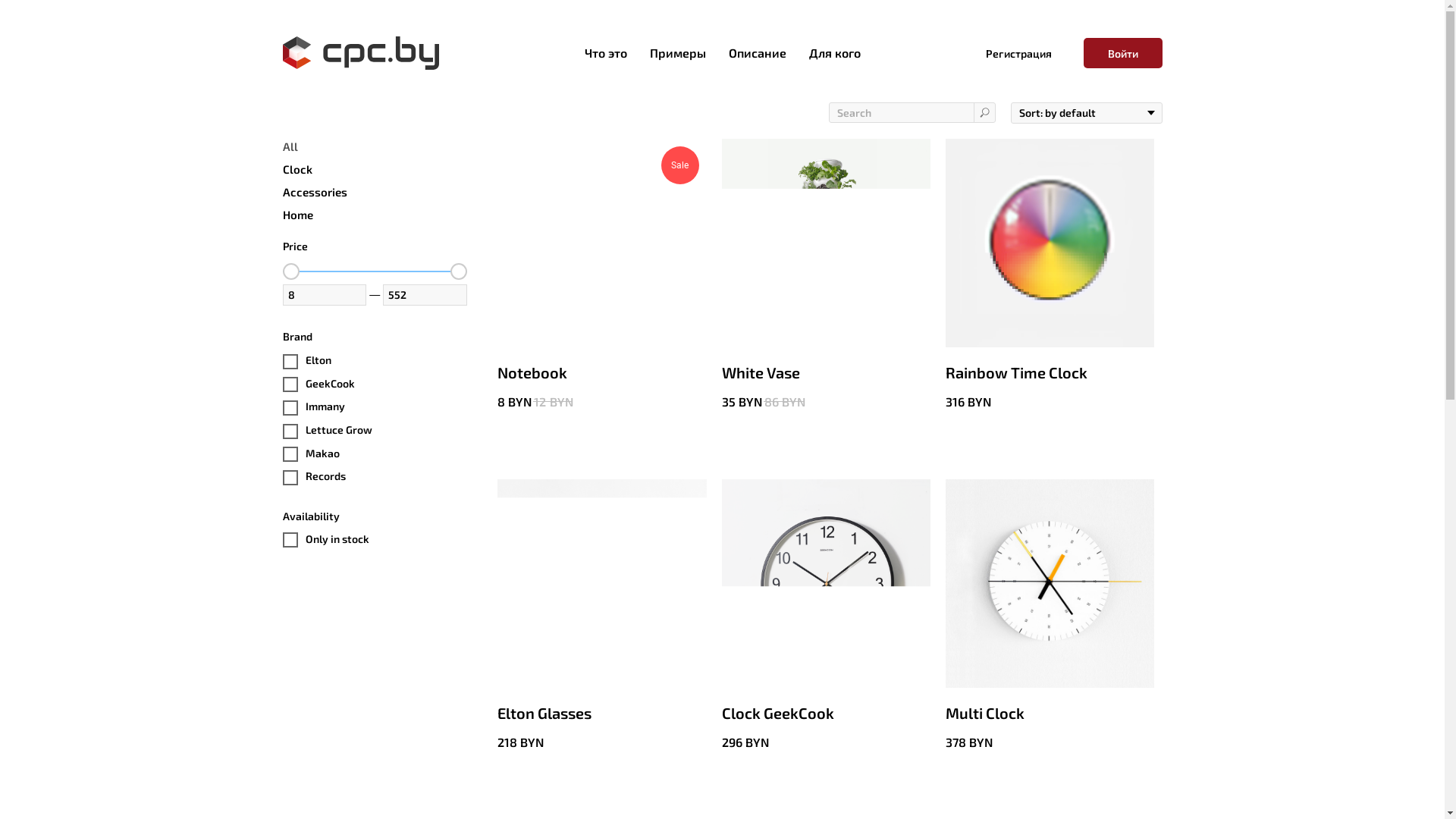 This screenshot has height=819, width=1456. What do you see at coordinates (601, 615) in the screenshot?
I see `'Elton Glasses` at bounding box center [601, 615].